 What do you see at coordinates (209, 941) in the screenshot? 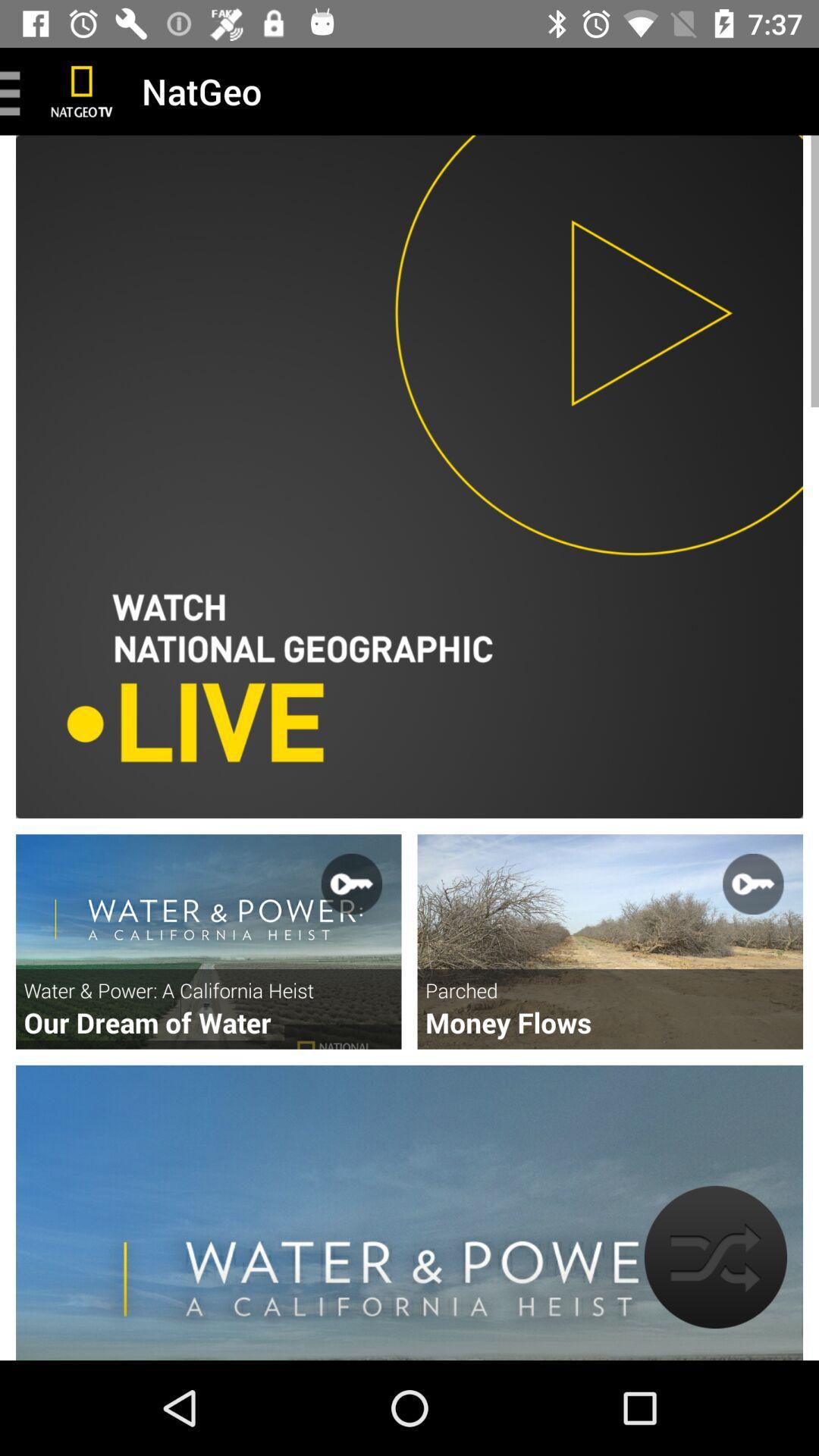
I see `open the page` at bounding box center [209, 941].